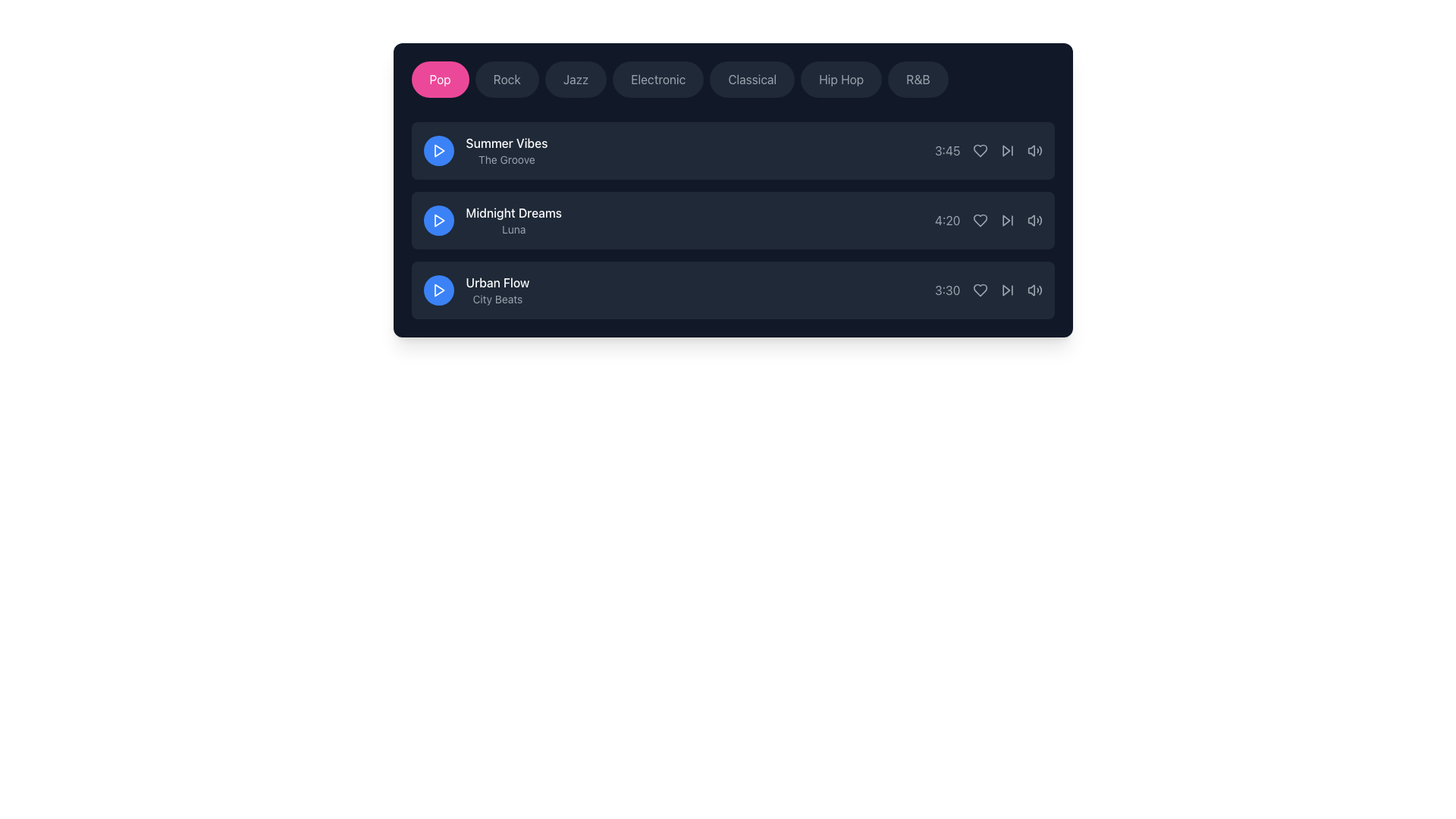 This screenshot has height=819, width=1456. Describe the element at coordinates (658, 79) in the screenshot. I see `the 'Electronic' button, which is the fourth button in a row of genre buttons at the top center of the interface` at that location.